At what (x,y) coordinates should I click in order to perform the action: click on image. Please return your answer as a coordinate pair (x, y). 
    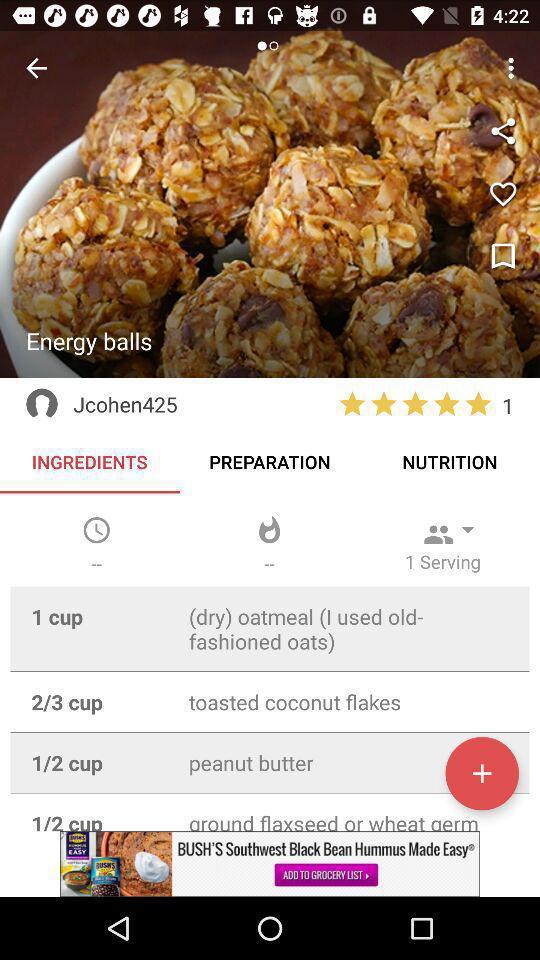
    Looking at the image, I should click on (502, 256).